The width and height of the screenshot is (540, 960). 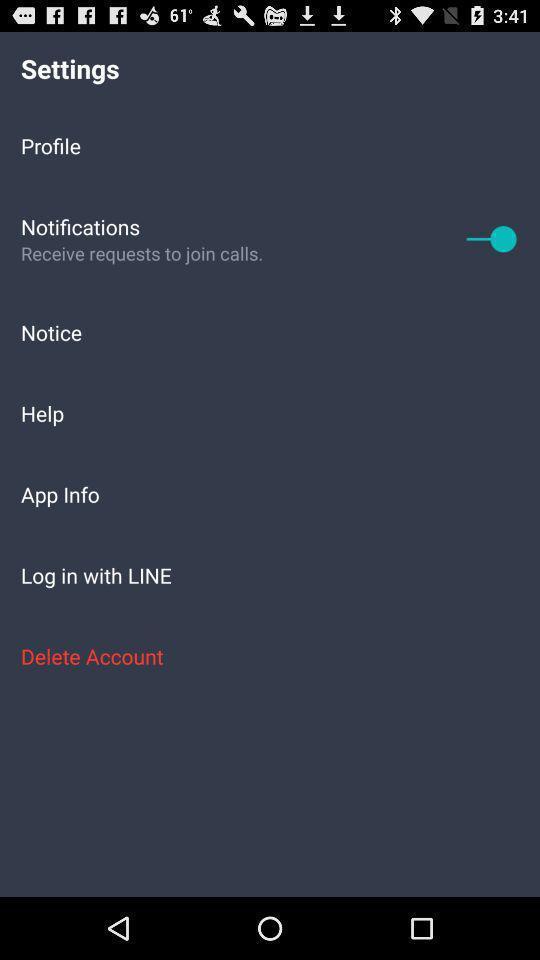 What do you see at coordinates (270, 655) in the screenshot?
I see `icon below the log in with item` at bounding box center [270, 655].